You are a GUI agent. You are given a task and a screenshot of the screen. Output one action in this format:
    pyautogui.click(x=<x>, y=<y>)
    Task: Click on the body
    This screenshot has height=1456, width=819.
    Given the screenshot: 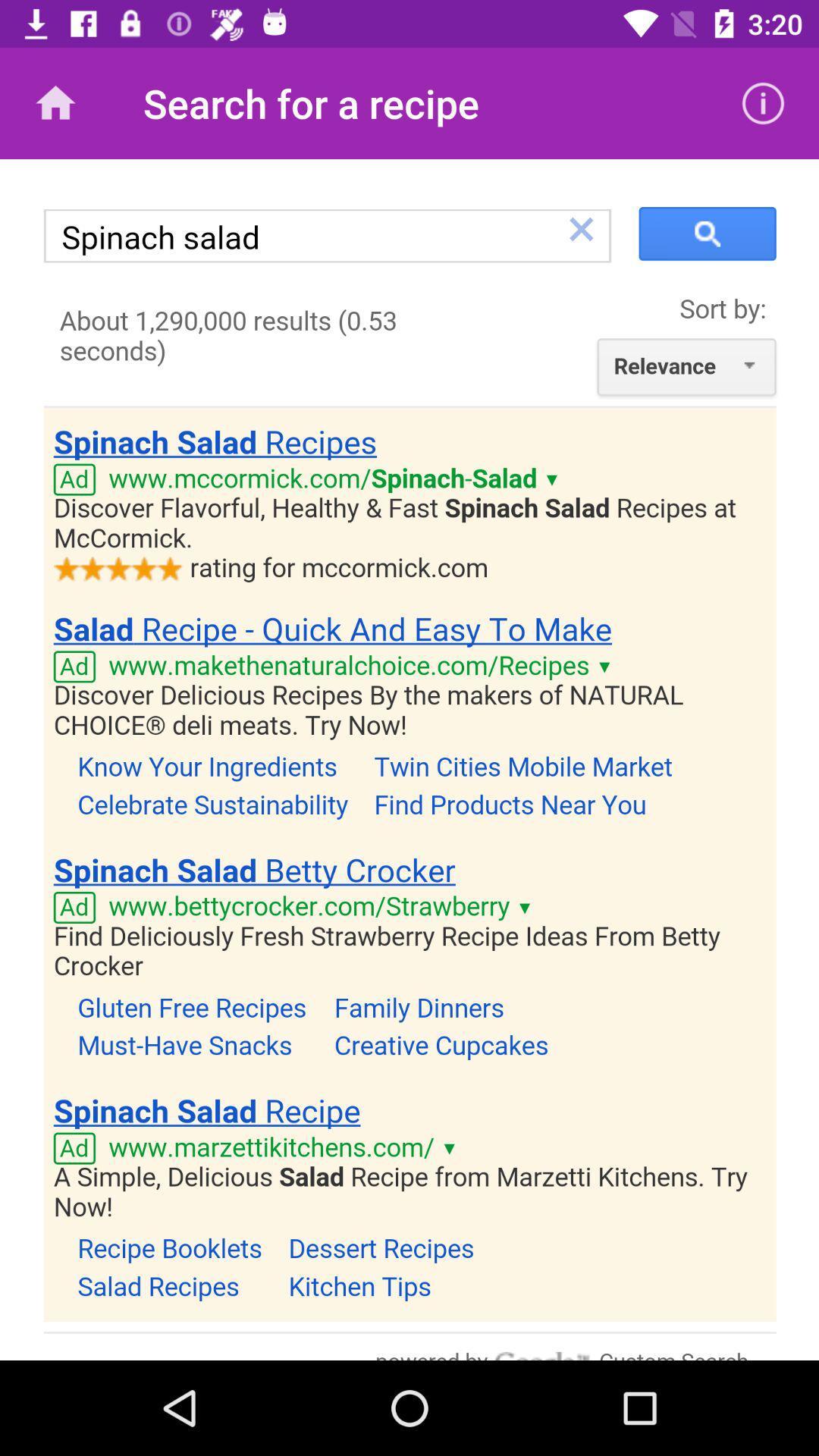 What is the action you would take?
    pyautogui.click(x=409, y=760)
    